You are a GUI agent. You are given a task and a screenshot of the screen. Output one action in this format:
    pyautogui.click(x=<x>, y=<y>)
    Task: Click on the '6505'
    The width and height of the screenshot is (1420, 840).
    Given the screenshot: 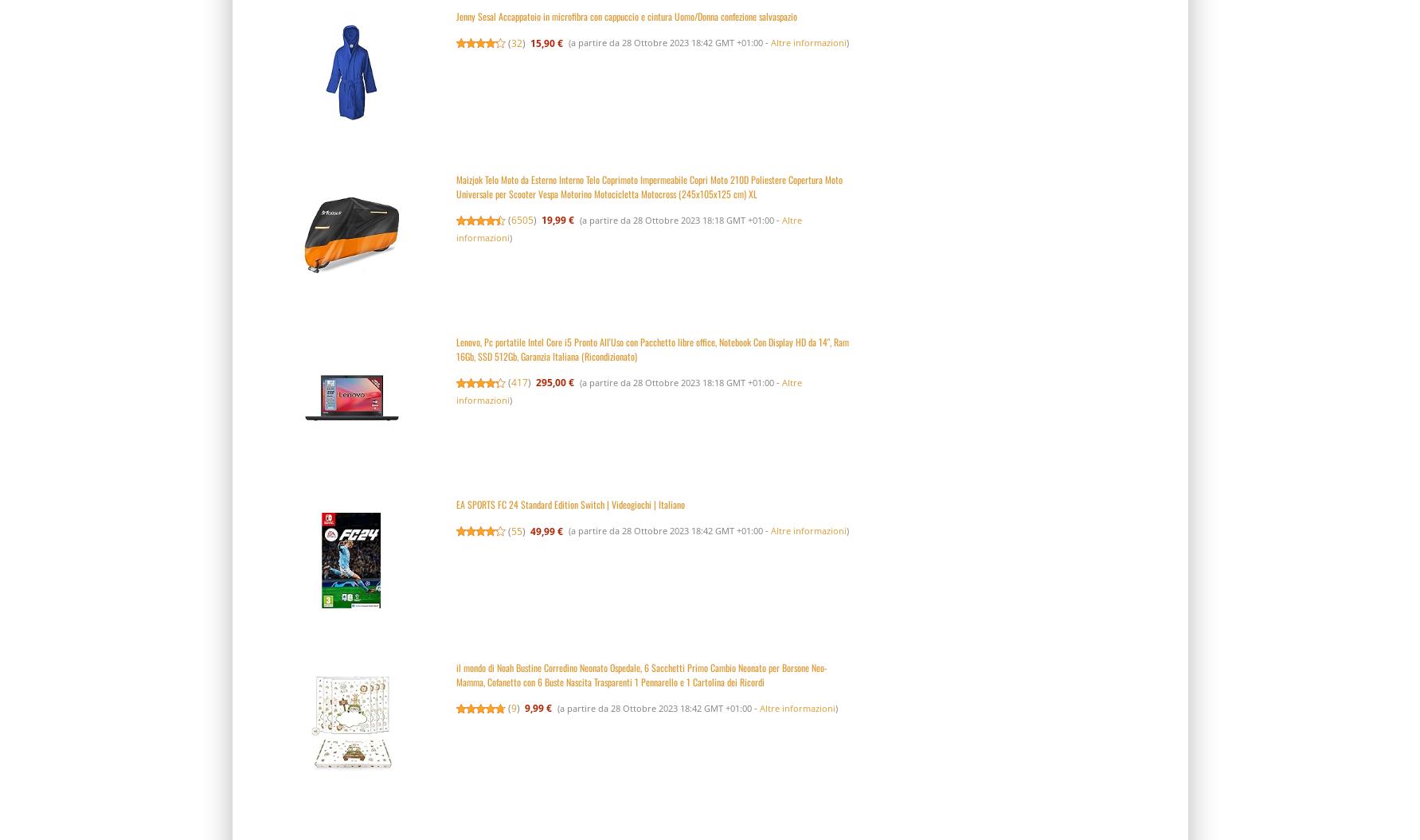 What is the action you would take?
    pyautogui.click(x=522, y=220)
    